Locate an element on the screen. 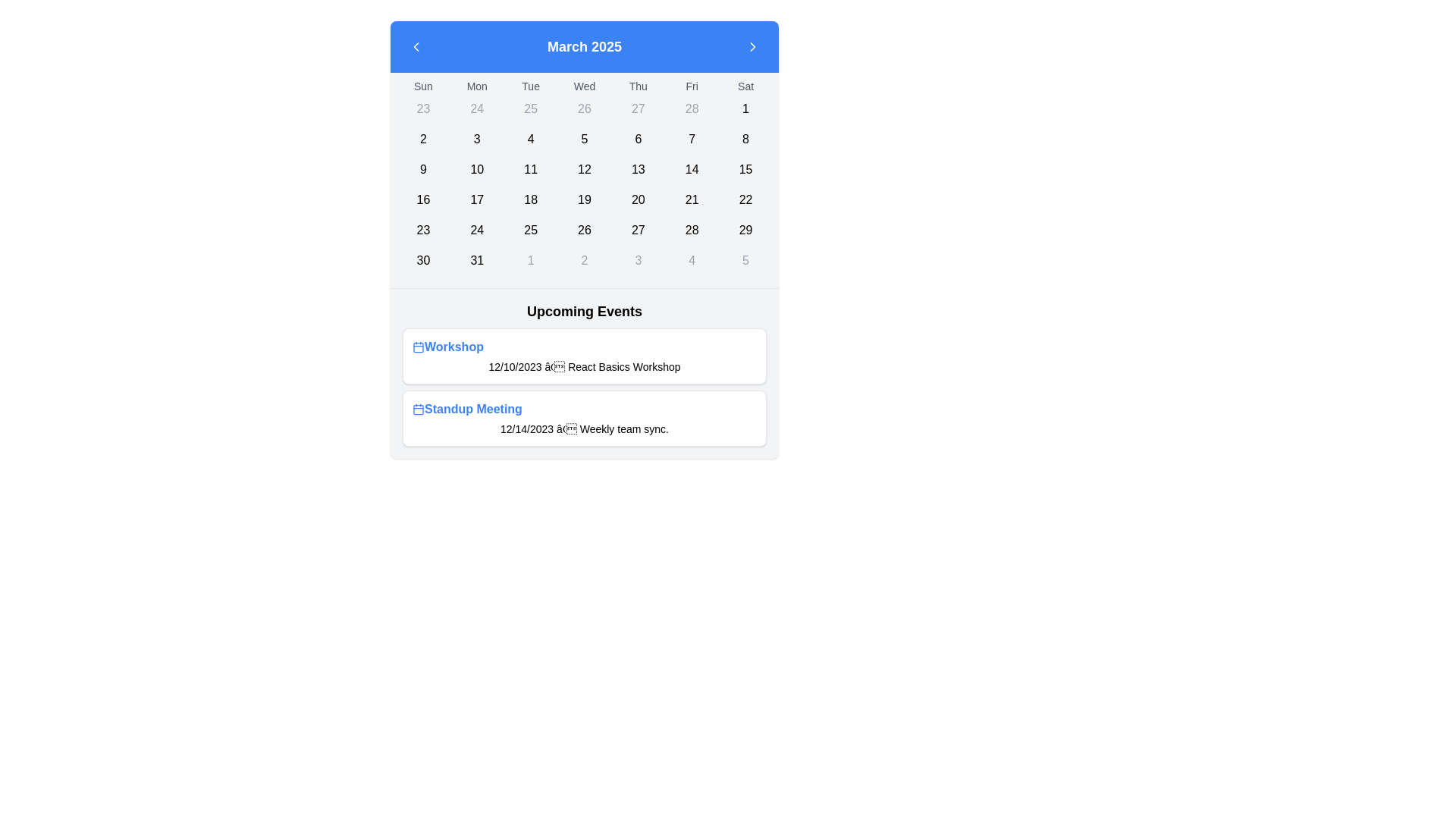  the circular button displaying the number '9' in black text, which is located in the second column of the second row of the monthly calendar view for March 2025 is located at coordinates (423, 169).